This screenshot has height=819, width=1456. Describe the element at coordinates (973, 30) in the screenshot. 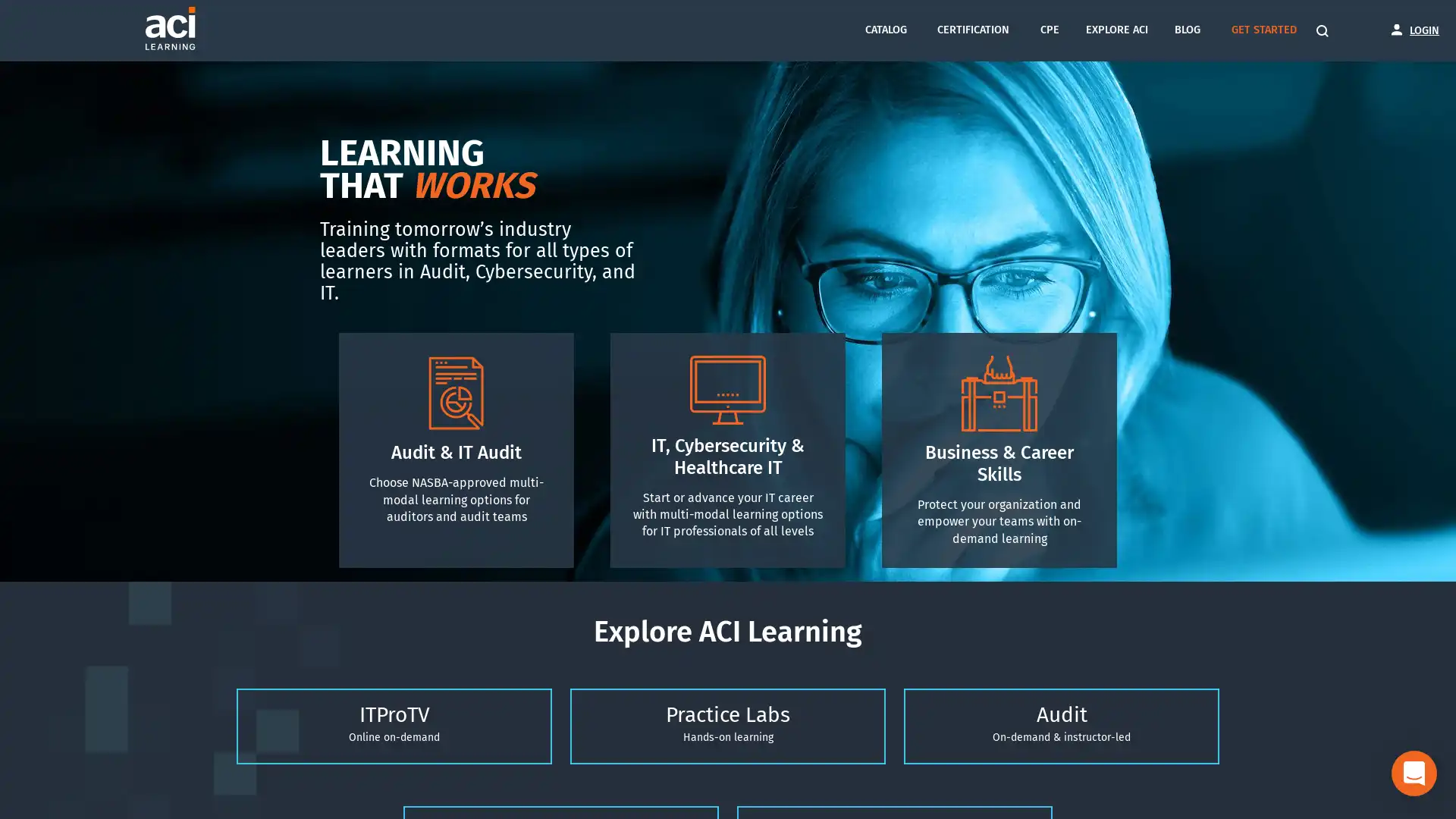

I see `CERTIFICATION` at that location.